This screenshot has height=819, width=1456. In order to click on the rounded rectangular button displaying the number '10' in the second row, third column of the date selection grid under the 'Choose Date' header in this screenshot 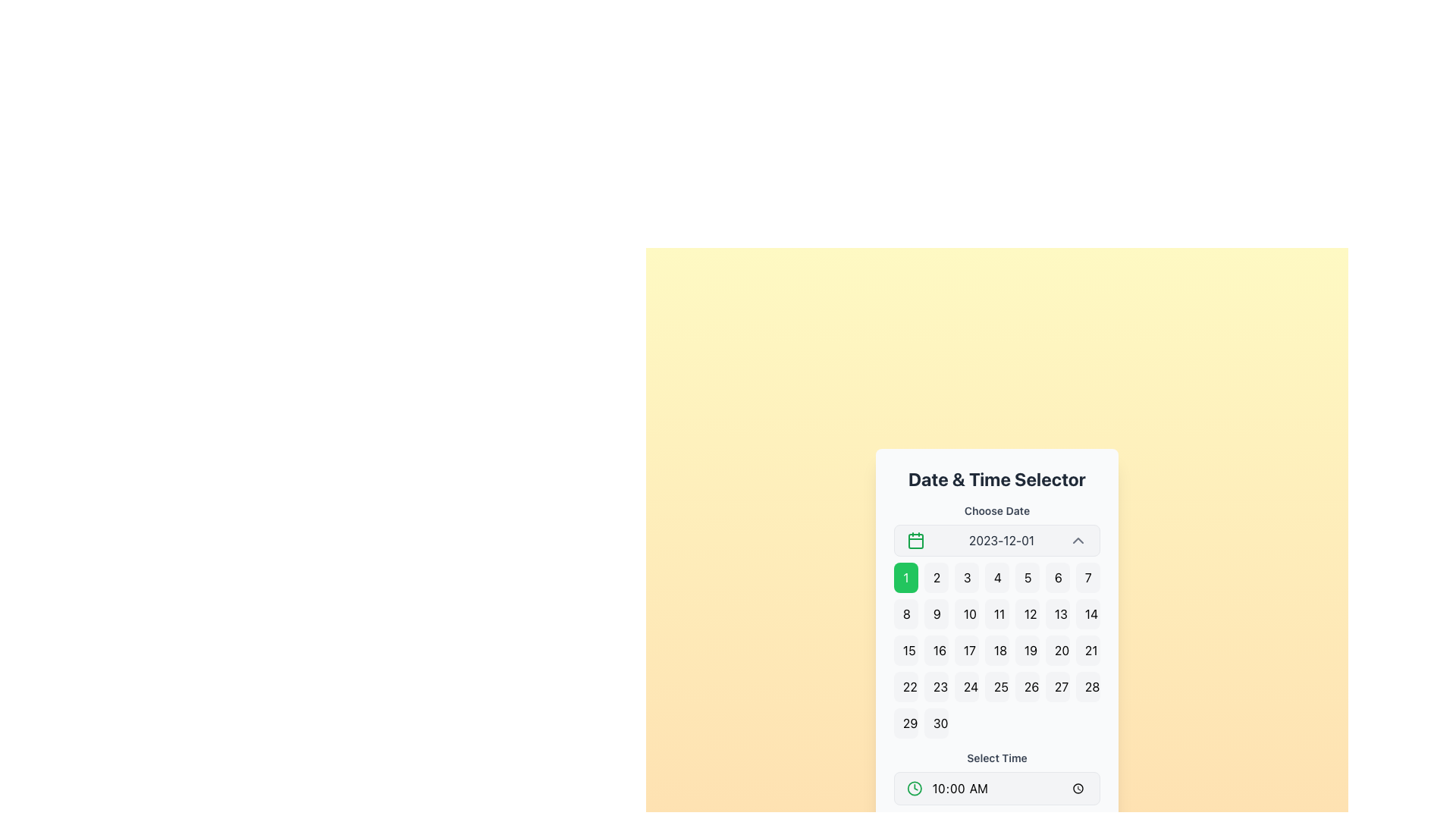, I will do `click(966, 614)`.